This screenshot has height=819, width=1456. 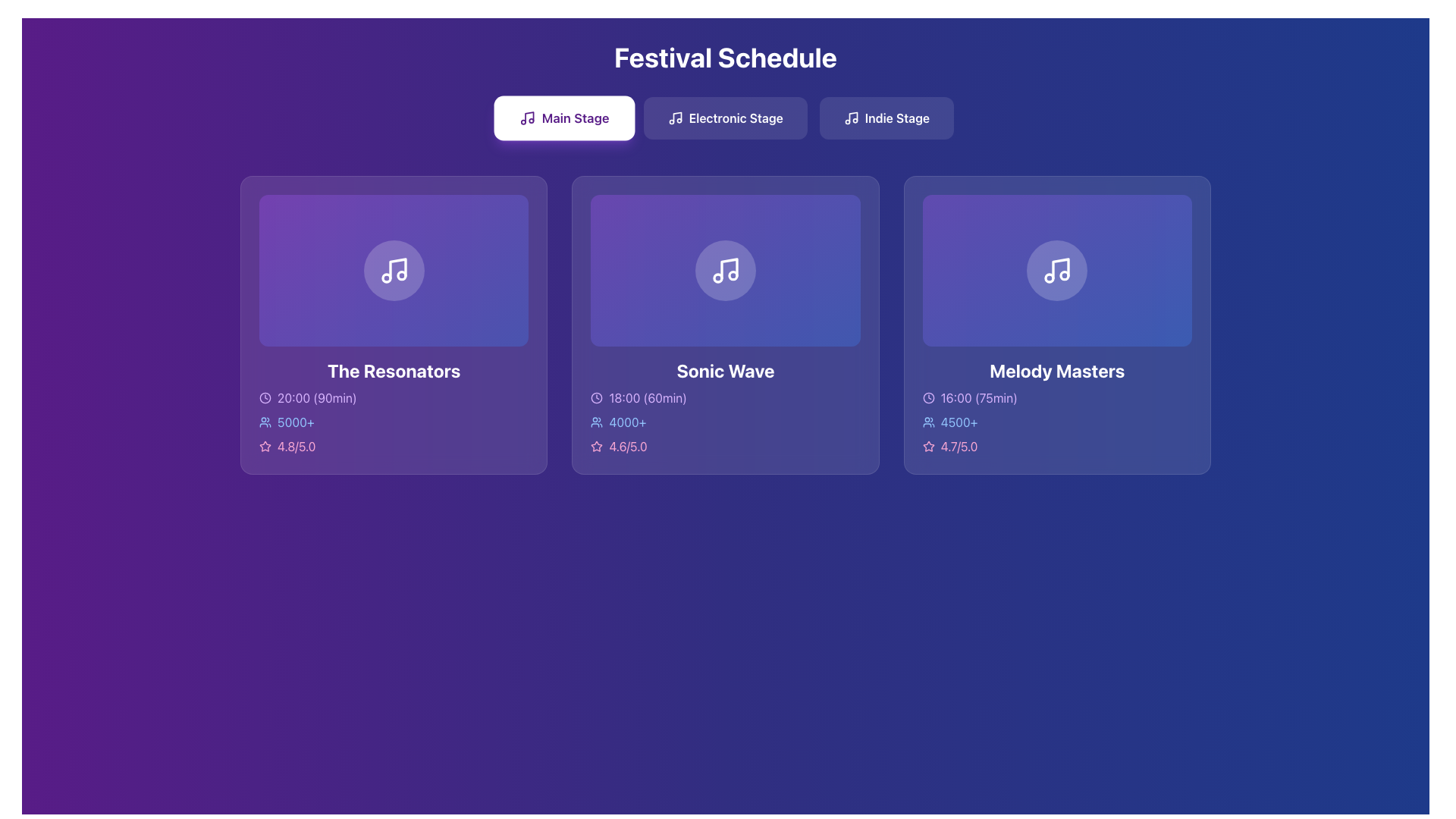 I want to click on the star-shaped icon outlined with a pink stroke, located to the left of the rating text '4.8/5.0' within the 'The Resonators' card, so click(x=265, y=444).